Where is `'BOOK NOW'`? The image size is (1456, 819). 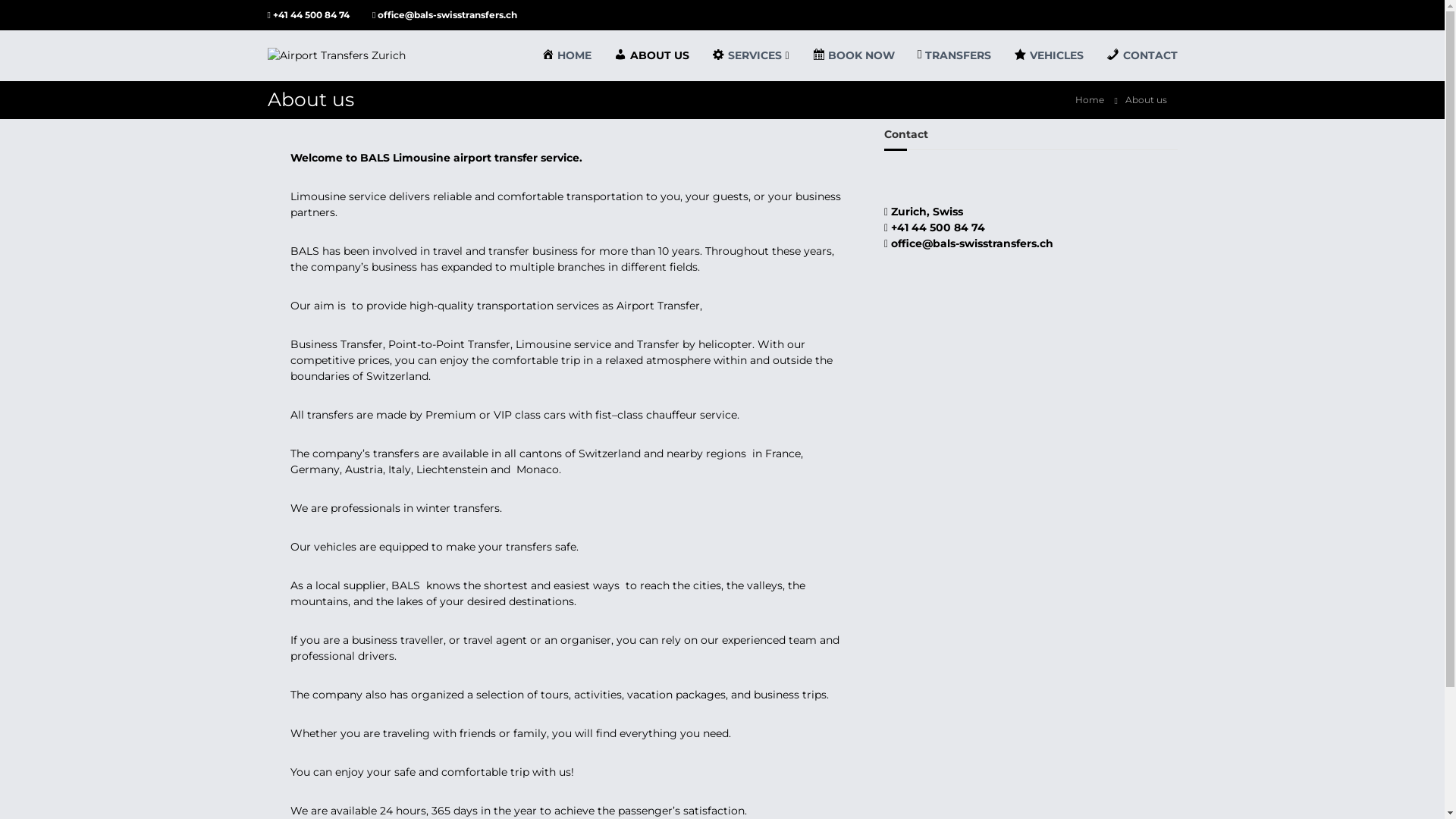
'BOOK NOW' is located at coordinates (853, 55).